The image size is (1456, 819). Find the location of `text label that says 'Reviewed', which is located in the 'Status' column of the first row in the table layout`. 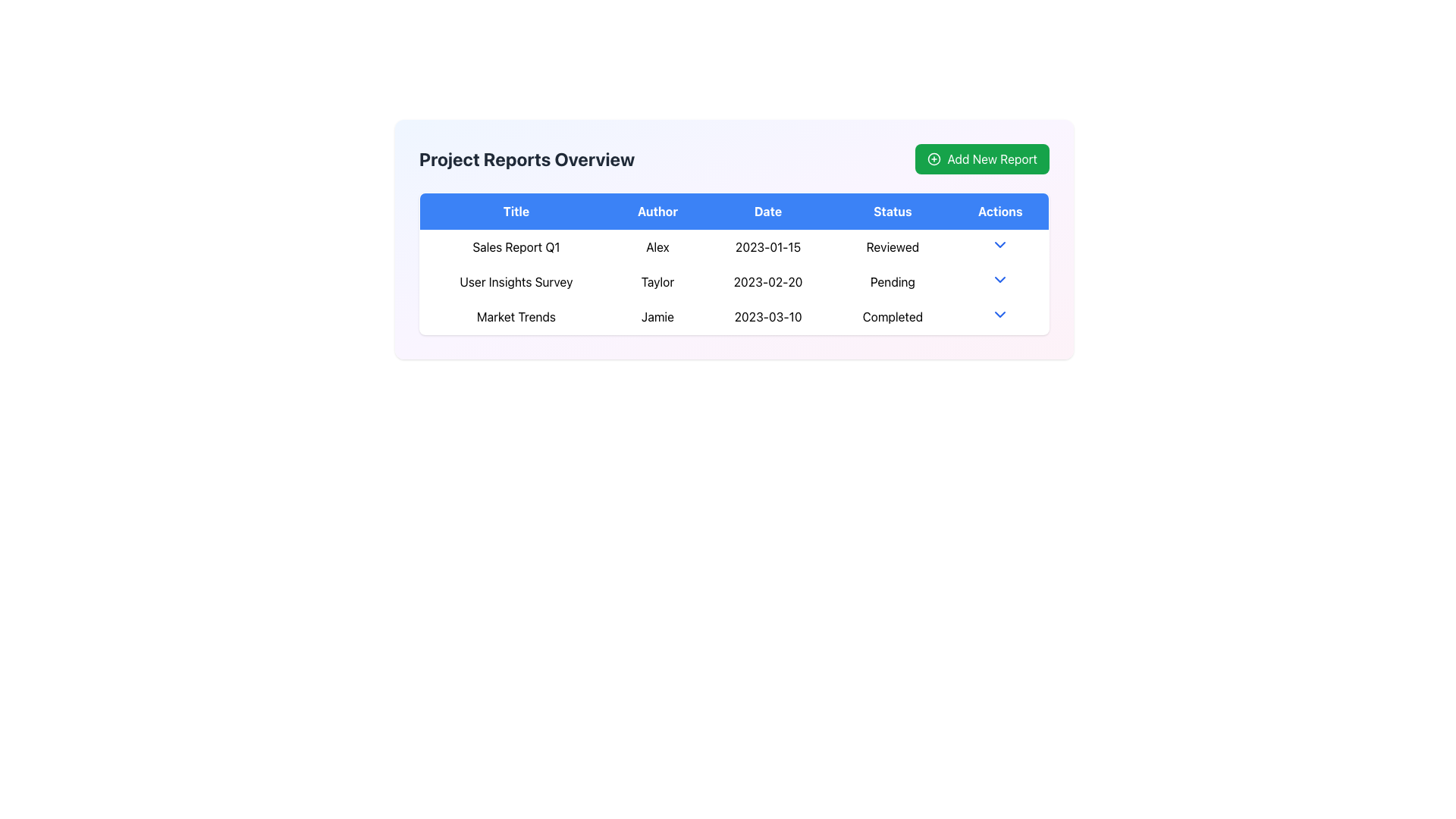

text label that says 'Reviewed', which is located in the 'Status' column of the first row in the table layout is located at coordinates (893, 246).